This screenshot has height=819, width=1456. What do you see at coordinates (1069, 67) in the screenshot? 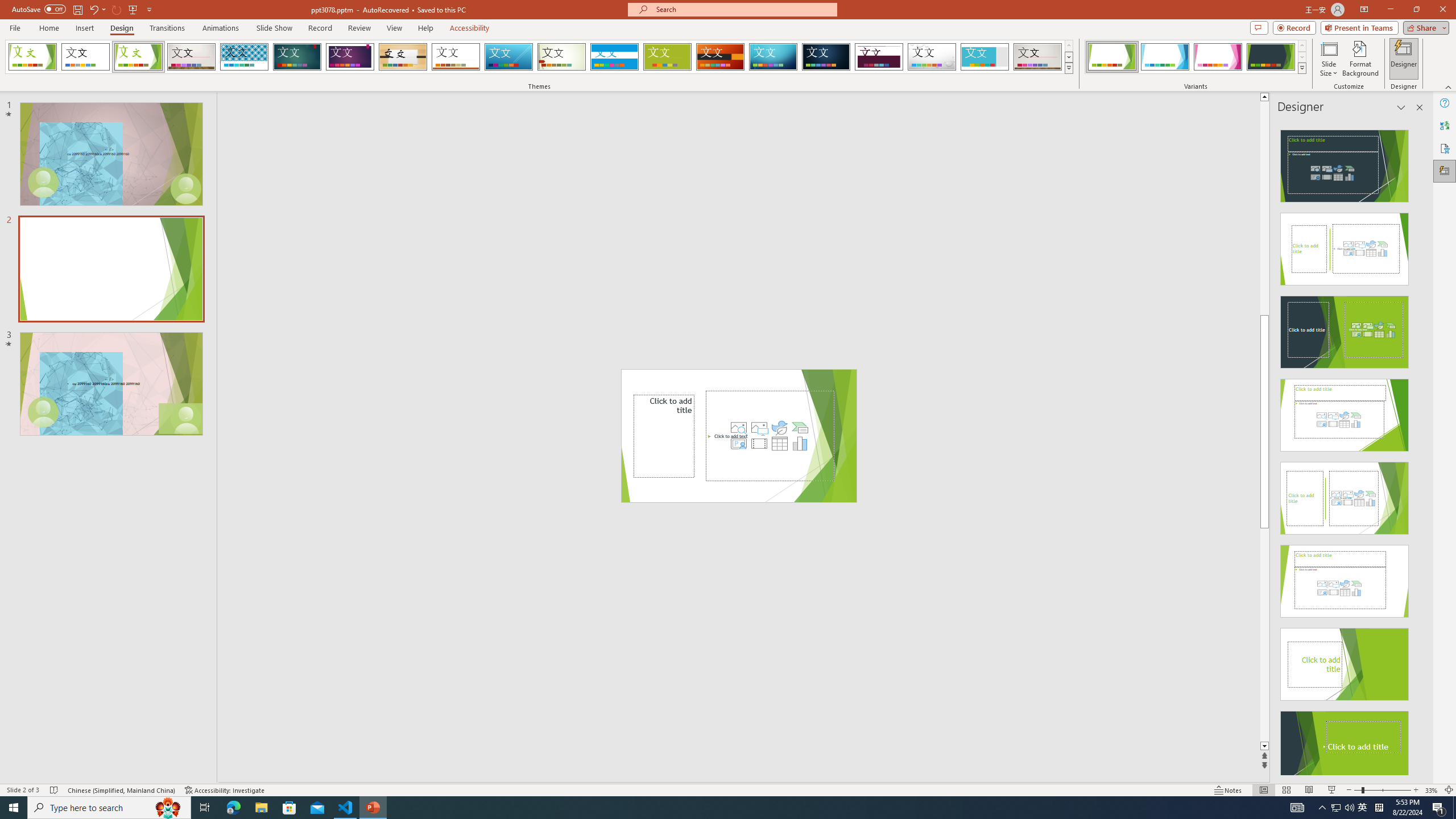
I see `'Themes'` at bounding box center [1069, 67].